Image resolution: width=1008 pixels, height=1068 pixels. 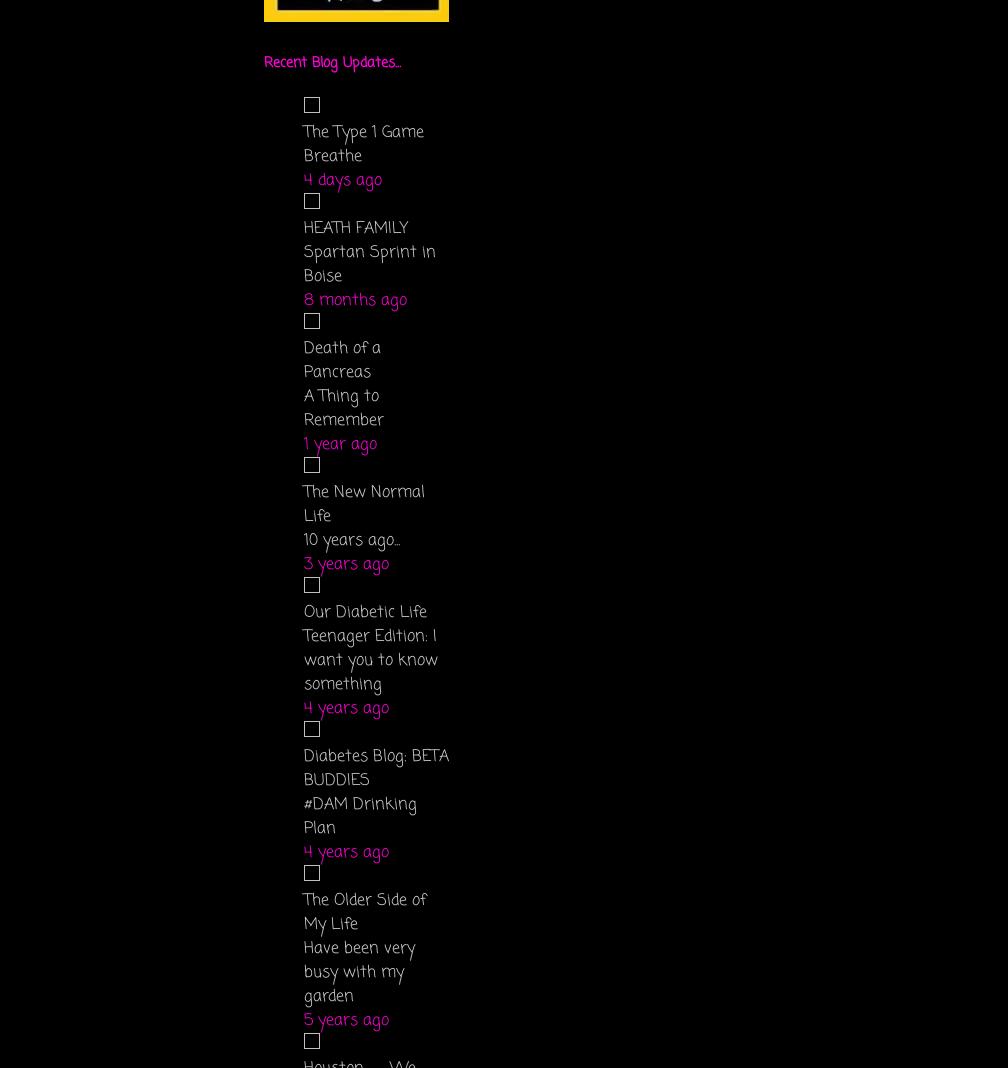 I want to click on 'A Thing to Remember', so click(x=344, y=409).